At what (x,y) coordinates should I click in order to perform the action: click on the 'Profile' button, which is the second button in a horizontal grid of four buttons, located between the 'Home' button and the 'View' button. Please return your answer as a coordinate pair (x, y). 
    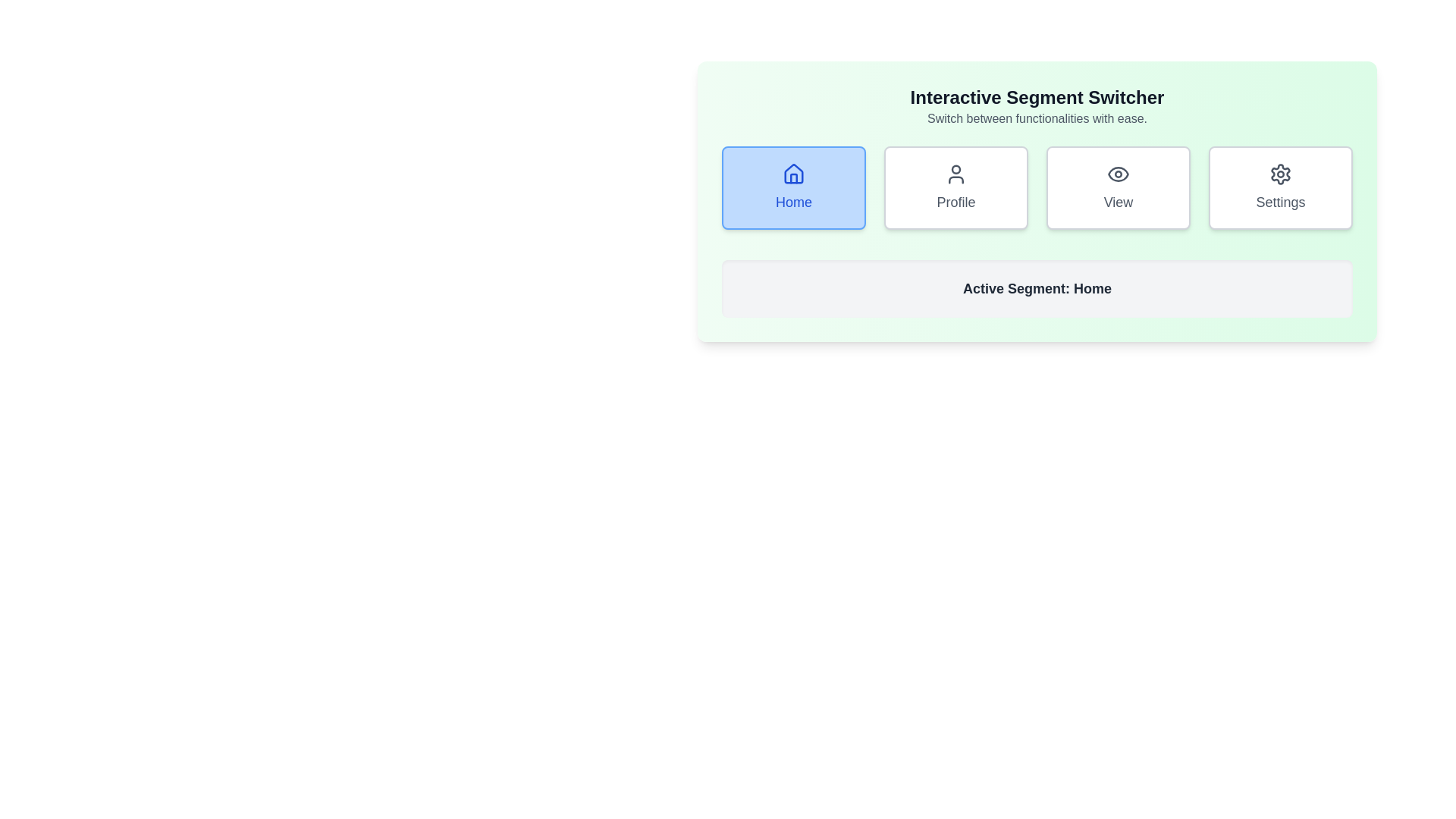
    Looking at the image, I should click on (955, 187).